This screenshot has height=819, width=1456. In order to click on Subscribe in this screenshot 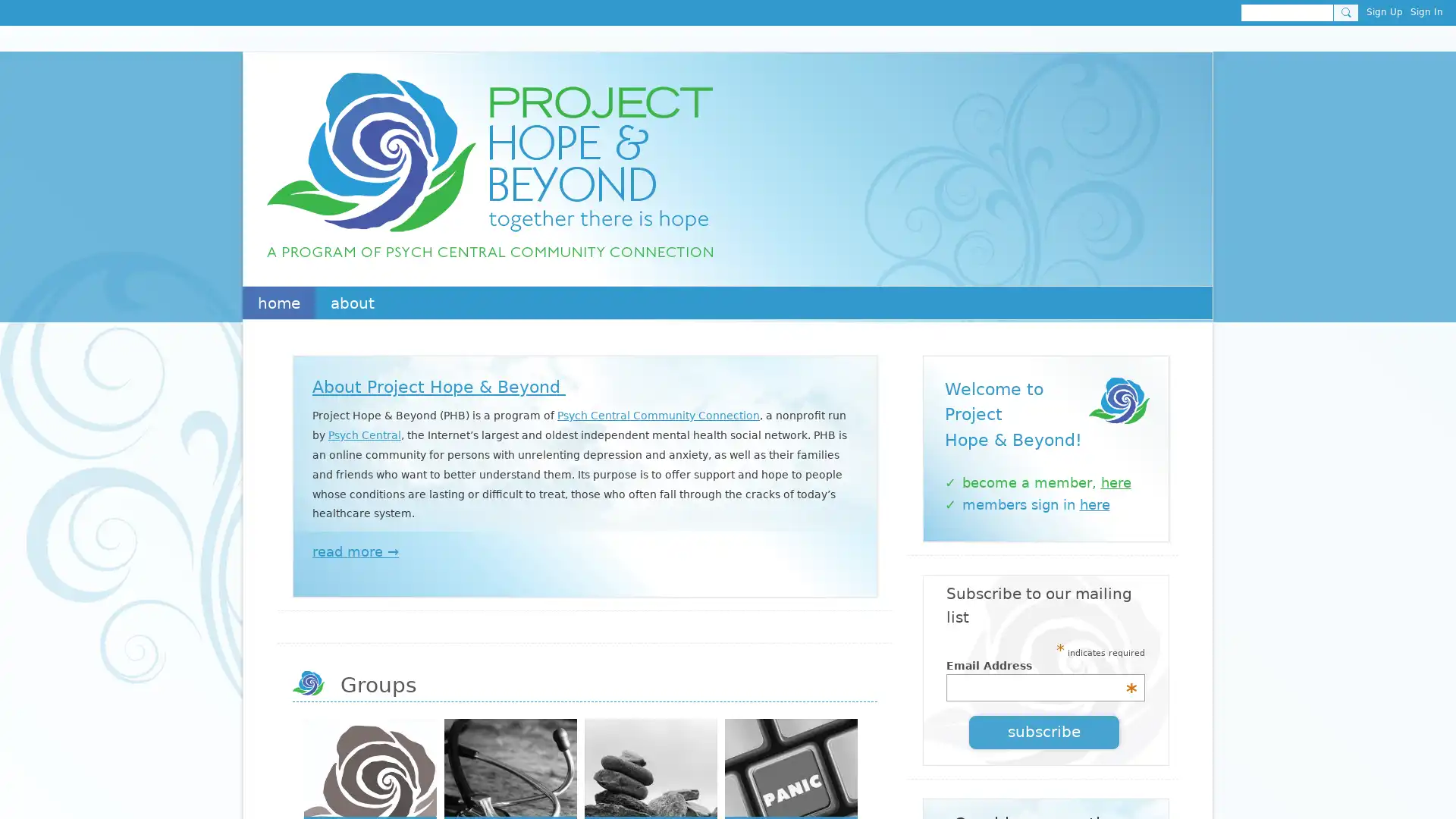, I will do `click(1043, 730)`.